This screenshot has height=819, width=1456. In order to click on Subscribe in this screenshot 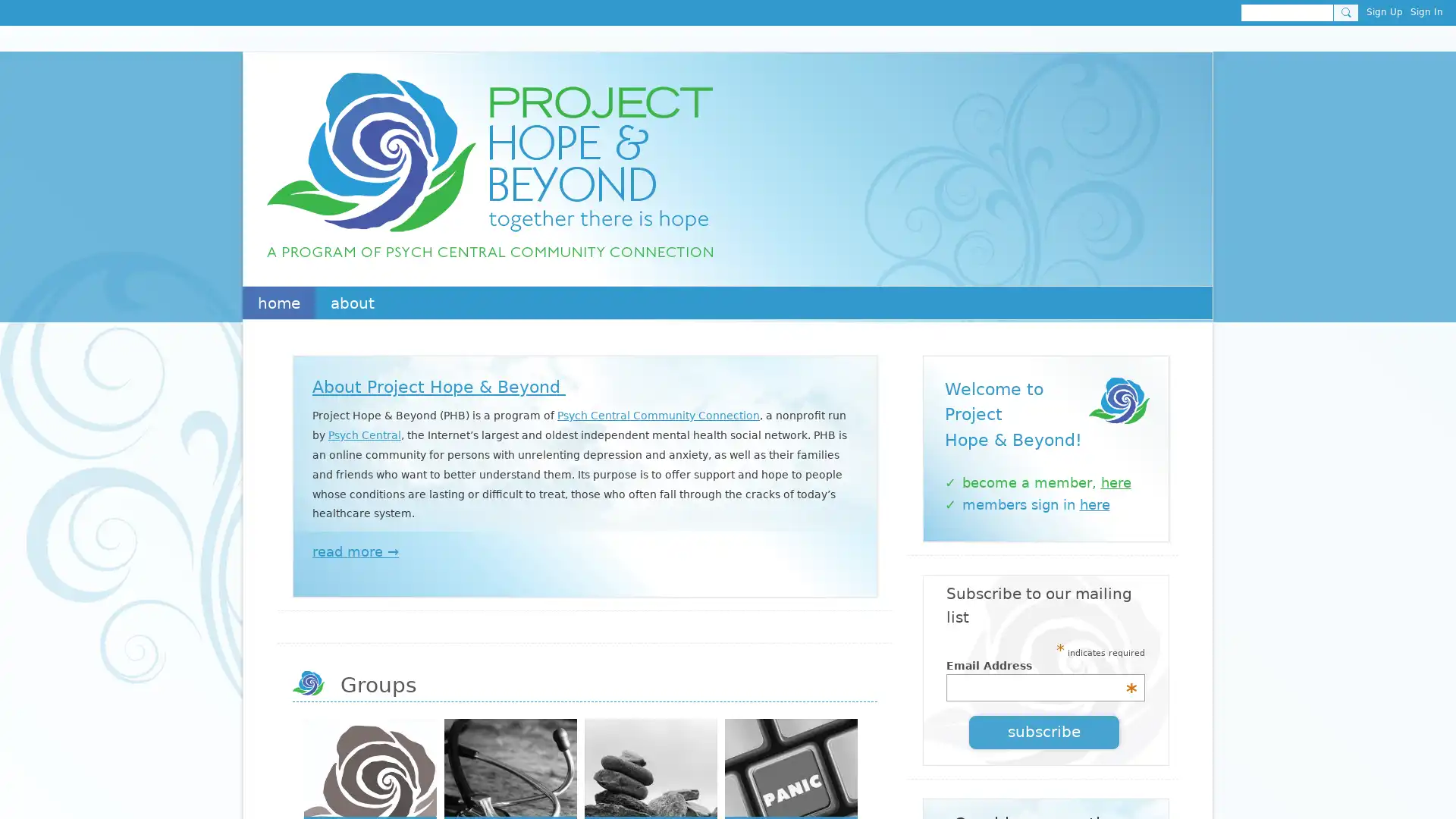, I will do `click(1043, 730)`.